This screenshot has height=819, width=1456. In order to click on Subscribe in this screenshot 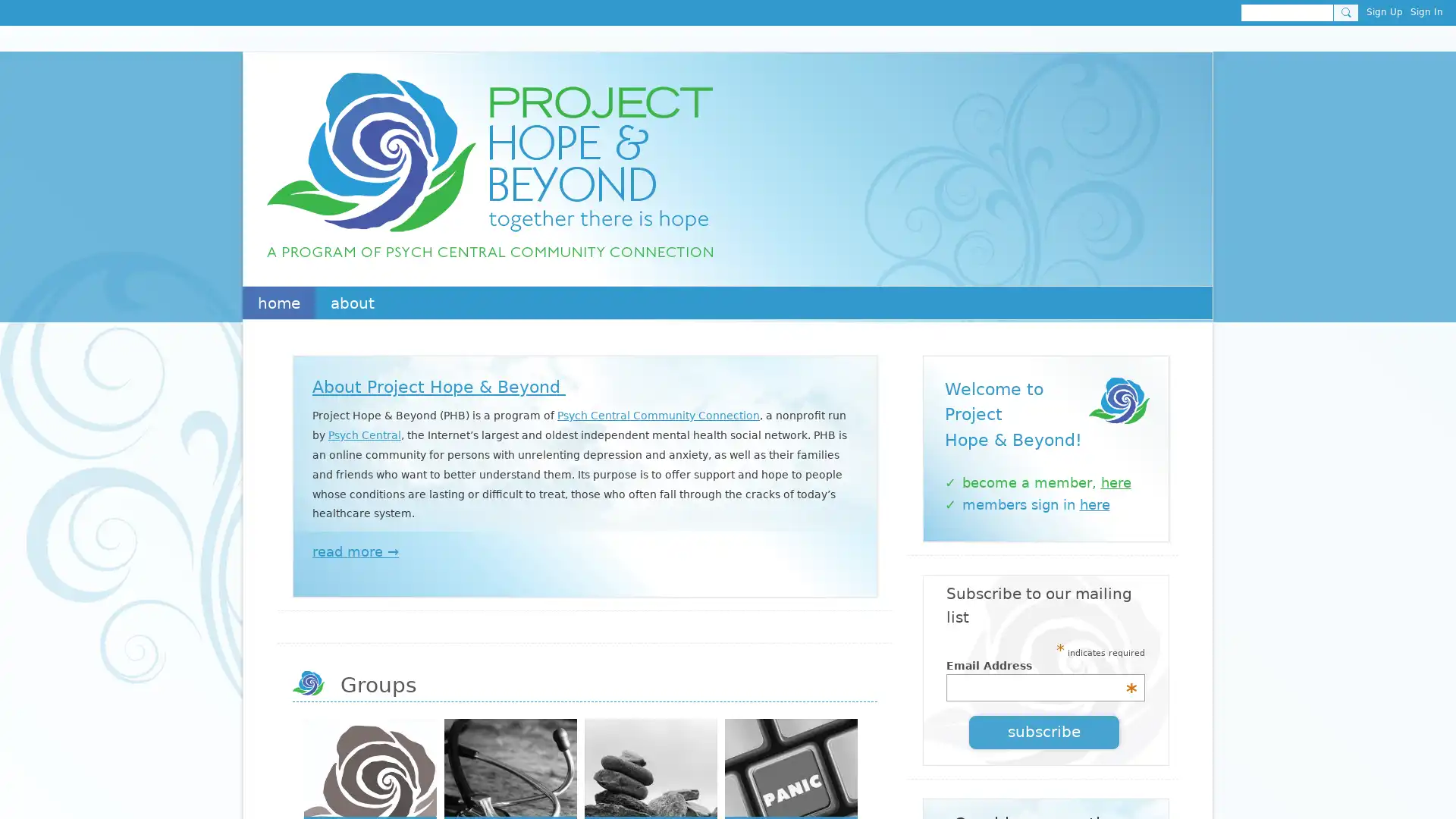, I will do `click(1043, 730)`.